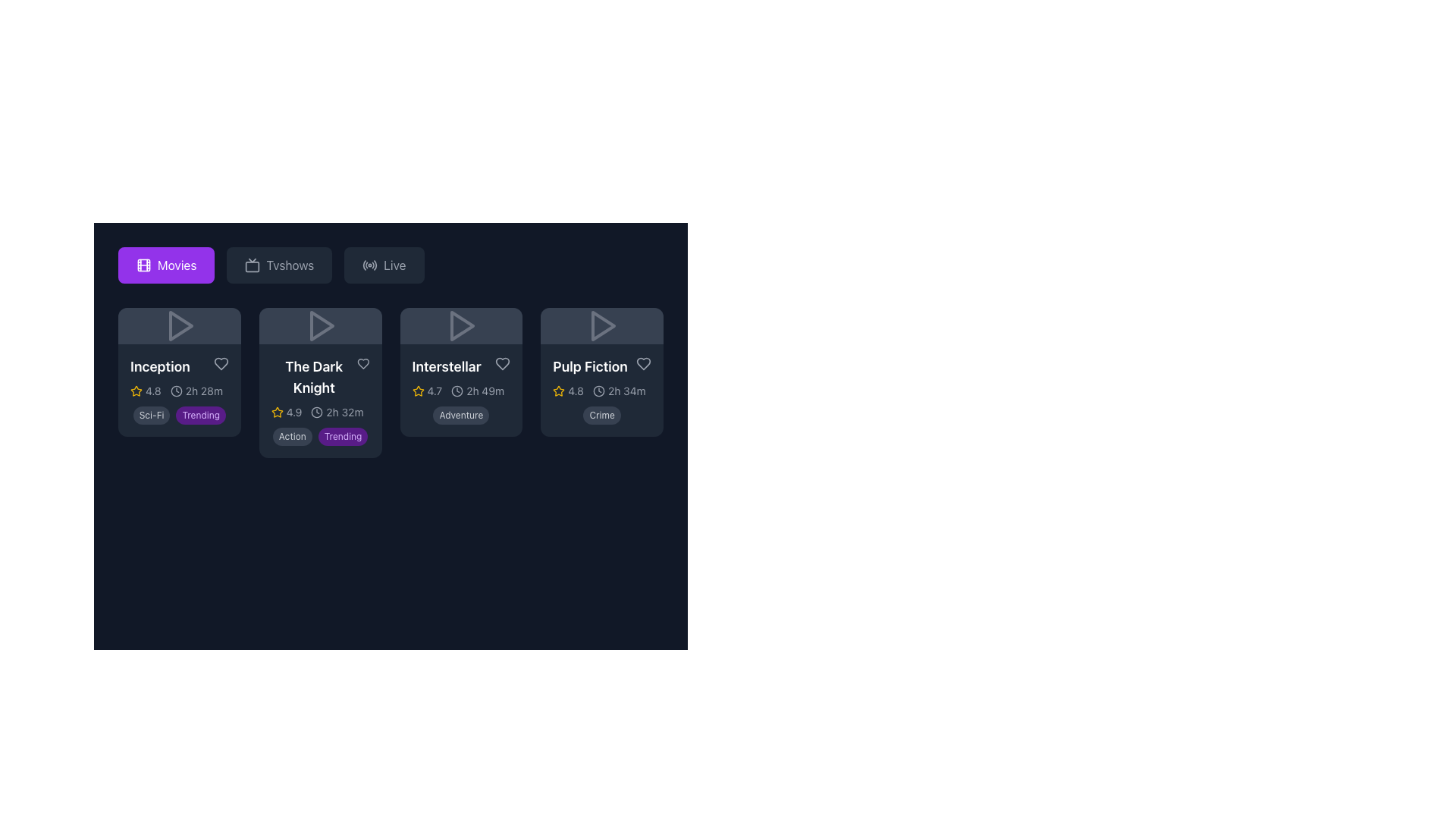 Image resolution: width=1456 pixels, height=819 pixels. What do you see at coordinates (319, 325) in the screenshot?
I see `the Play Symbol icon for 'The Dark Knight' to trigger a visual or interactive response` at bounding box center [319, 325].